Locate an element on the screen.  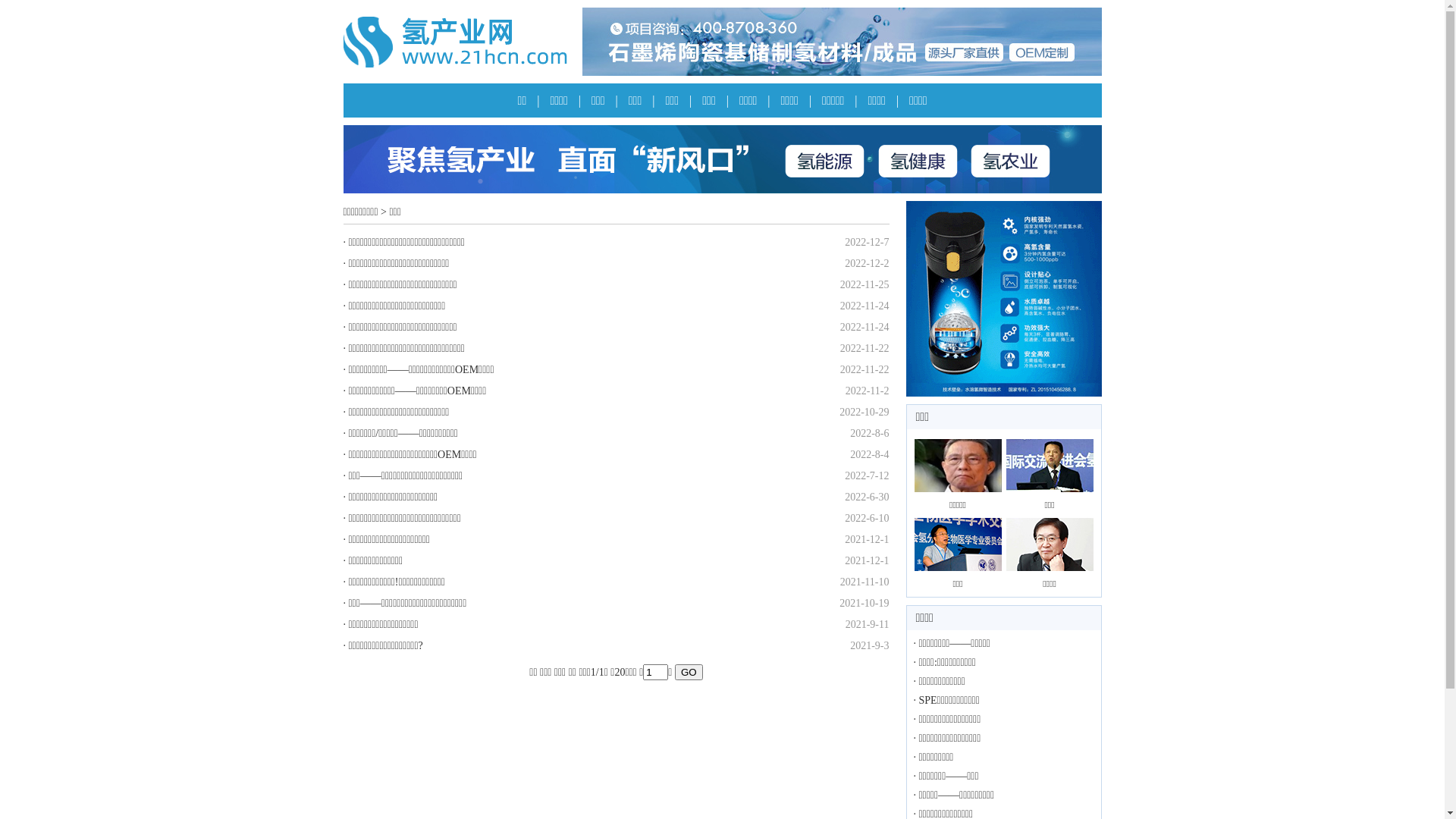
'GO' is located at coordinates (688, 671).